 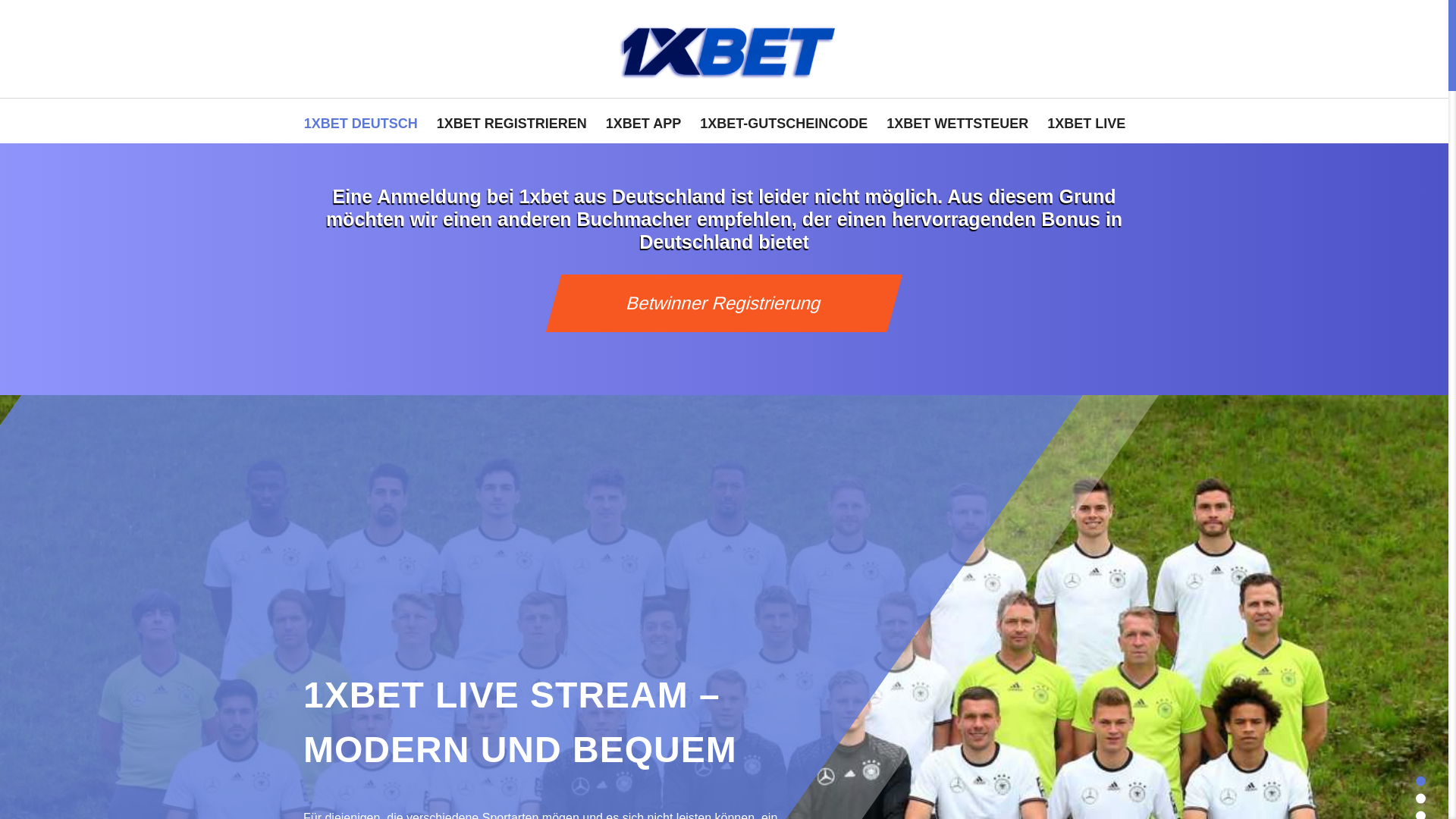 What do you see at coordinates (359, 120) in the screenshot?
I see `'1XBET DEUTSCH'` at bounding box center [359, 120].